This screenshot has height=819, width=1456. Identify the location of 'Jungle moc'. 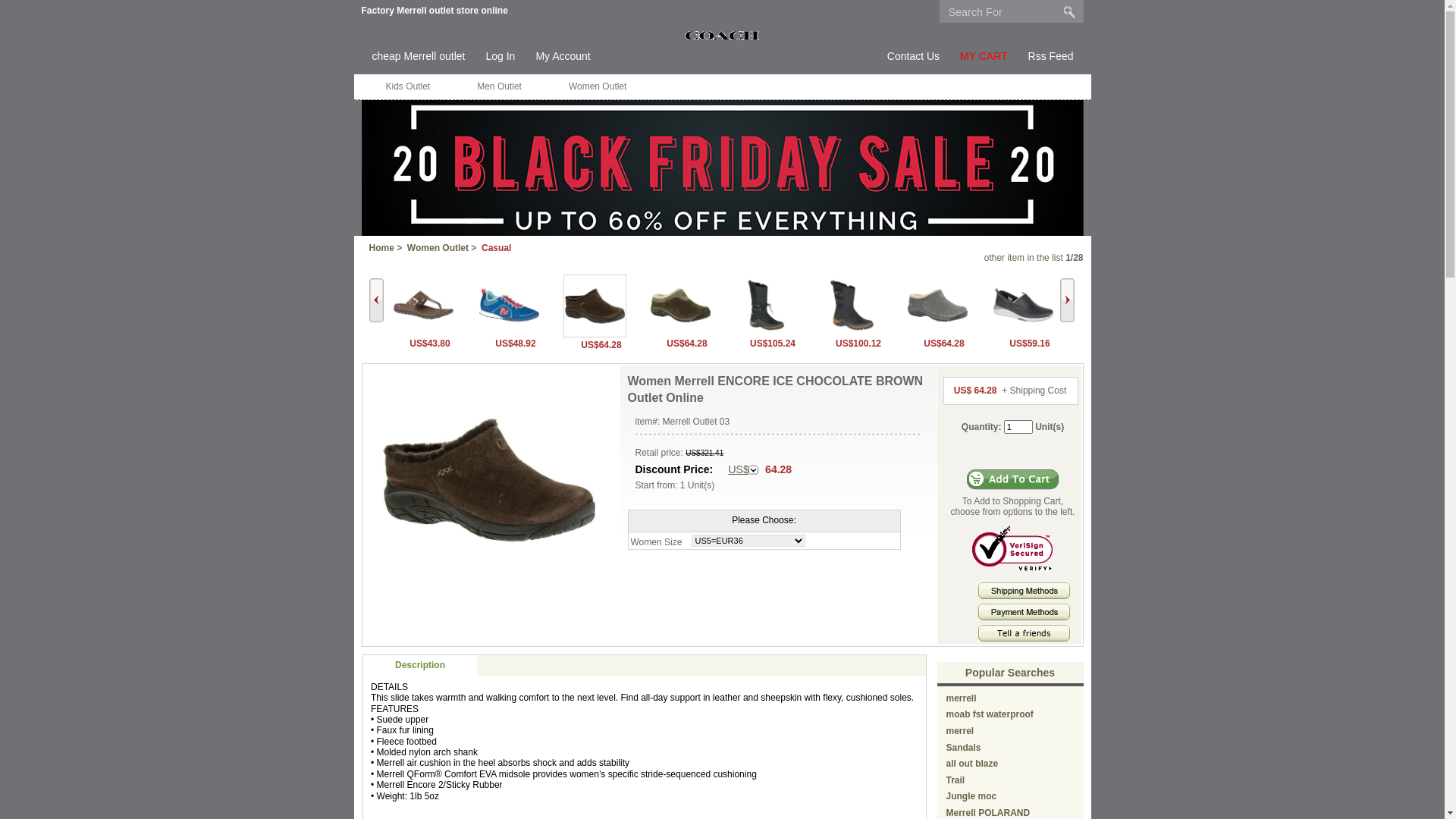
(971, 795).